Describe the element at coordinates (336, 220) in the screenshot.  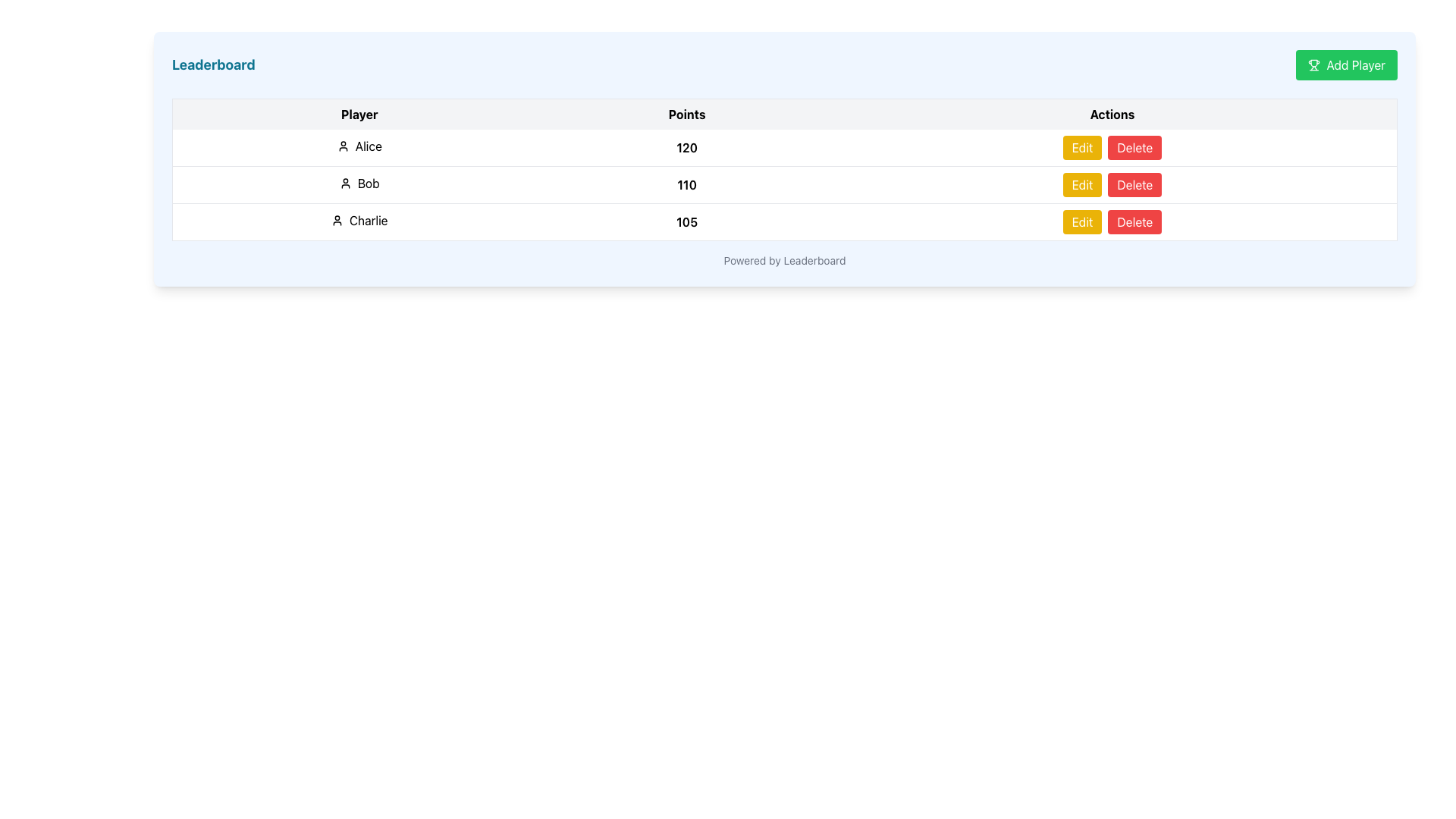
I see `the user icon representing 'Charlie' in the leaderboard, located in the third row under the 'Player' column` at that location.